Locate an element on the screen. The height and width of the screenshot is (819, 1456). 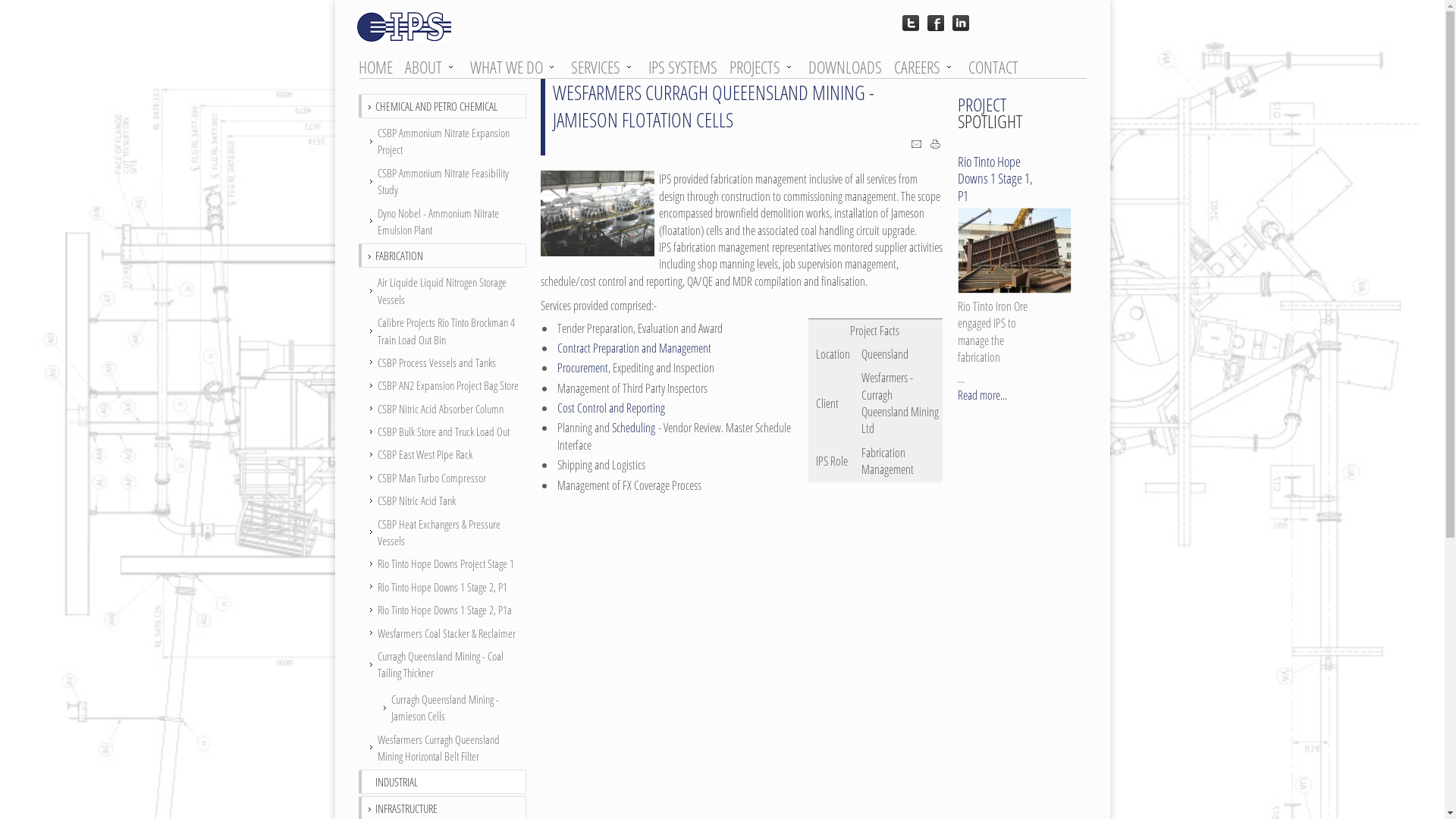
'Rio Tinto Hope Downs Project Stage 1' is located at coordinates (442, 563).